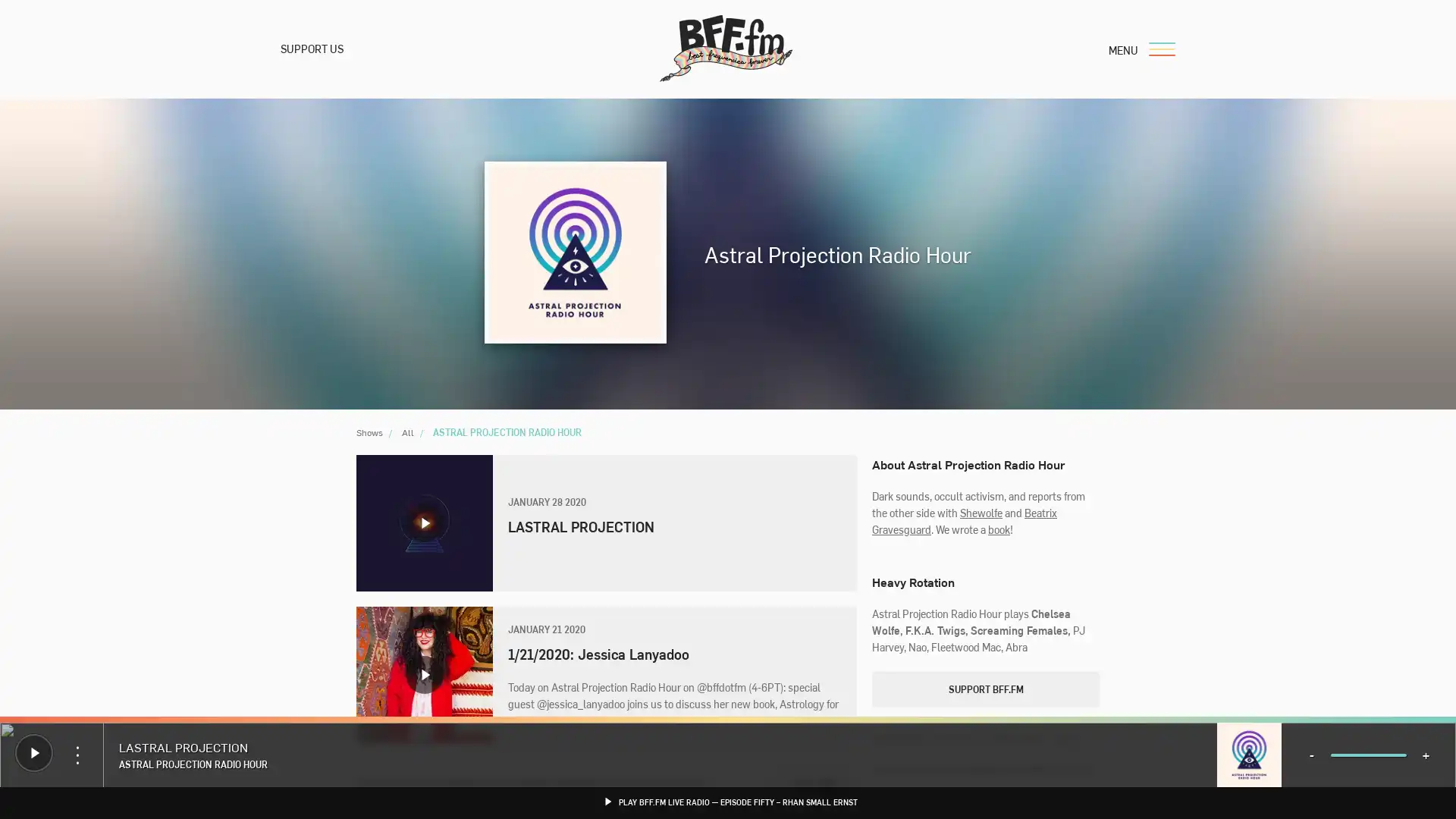  Describe the element at coordinates (425, 522) in the screenshot. I see `Play` at that location.